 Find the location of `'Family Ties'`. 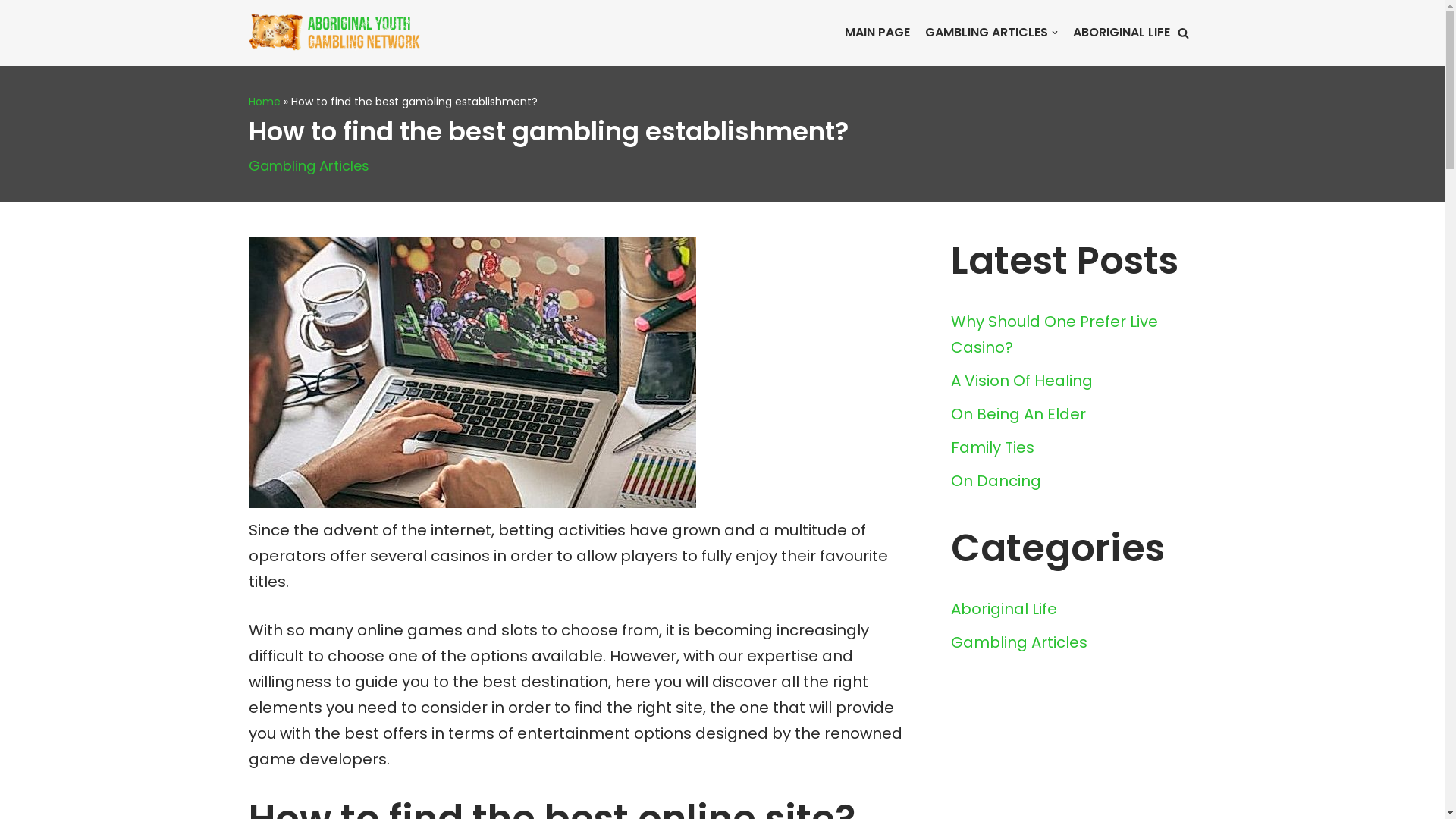

'Family Ties' is located at coordinates (993, 447).